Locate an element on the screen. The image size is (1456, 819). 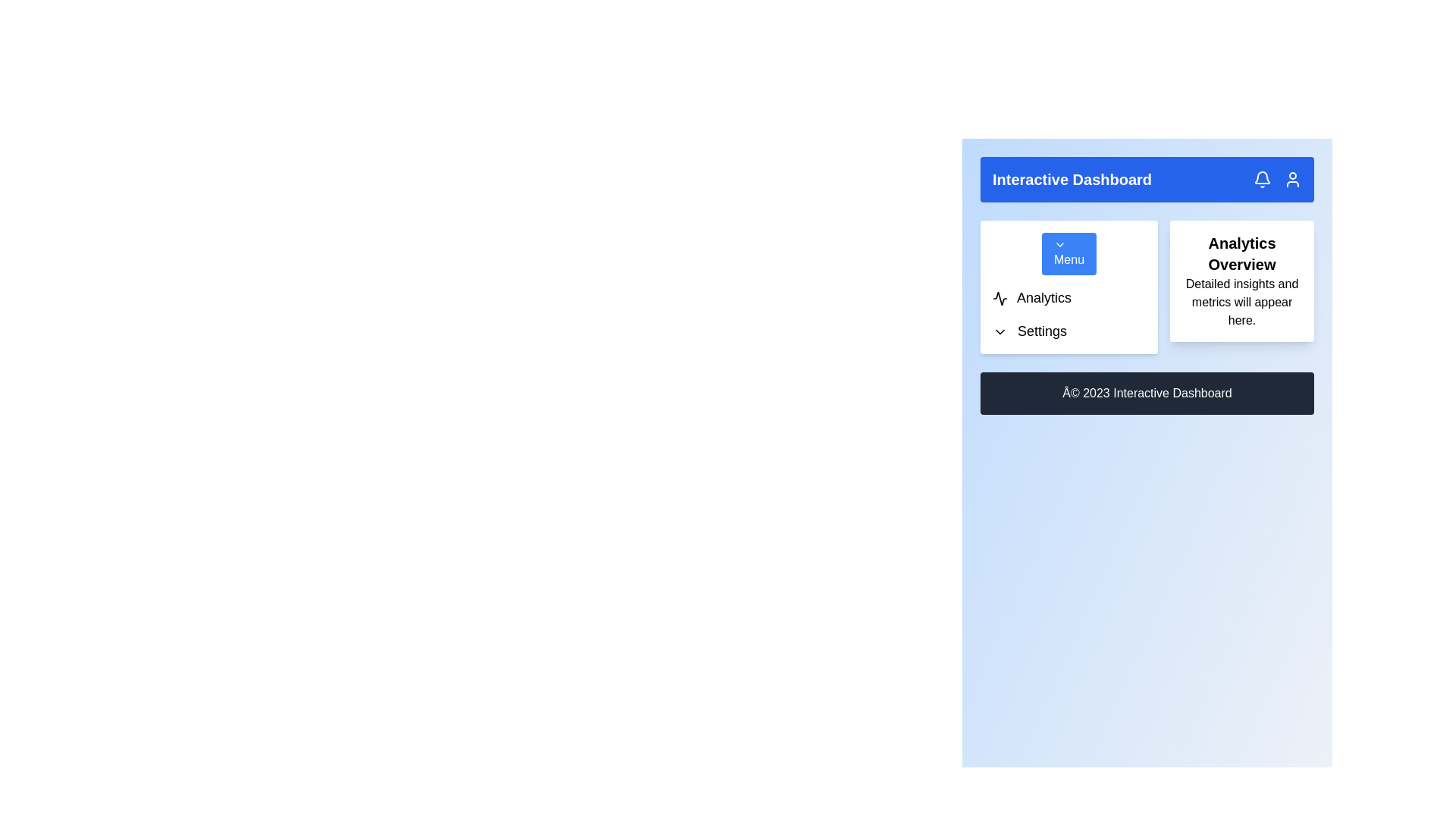
the header banner of the application titled 'Interactive Dashboard' is located at coordinates (1147, 178).